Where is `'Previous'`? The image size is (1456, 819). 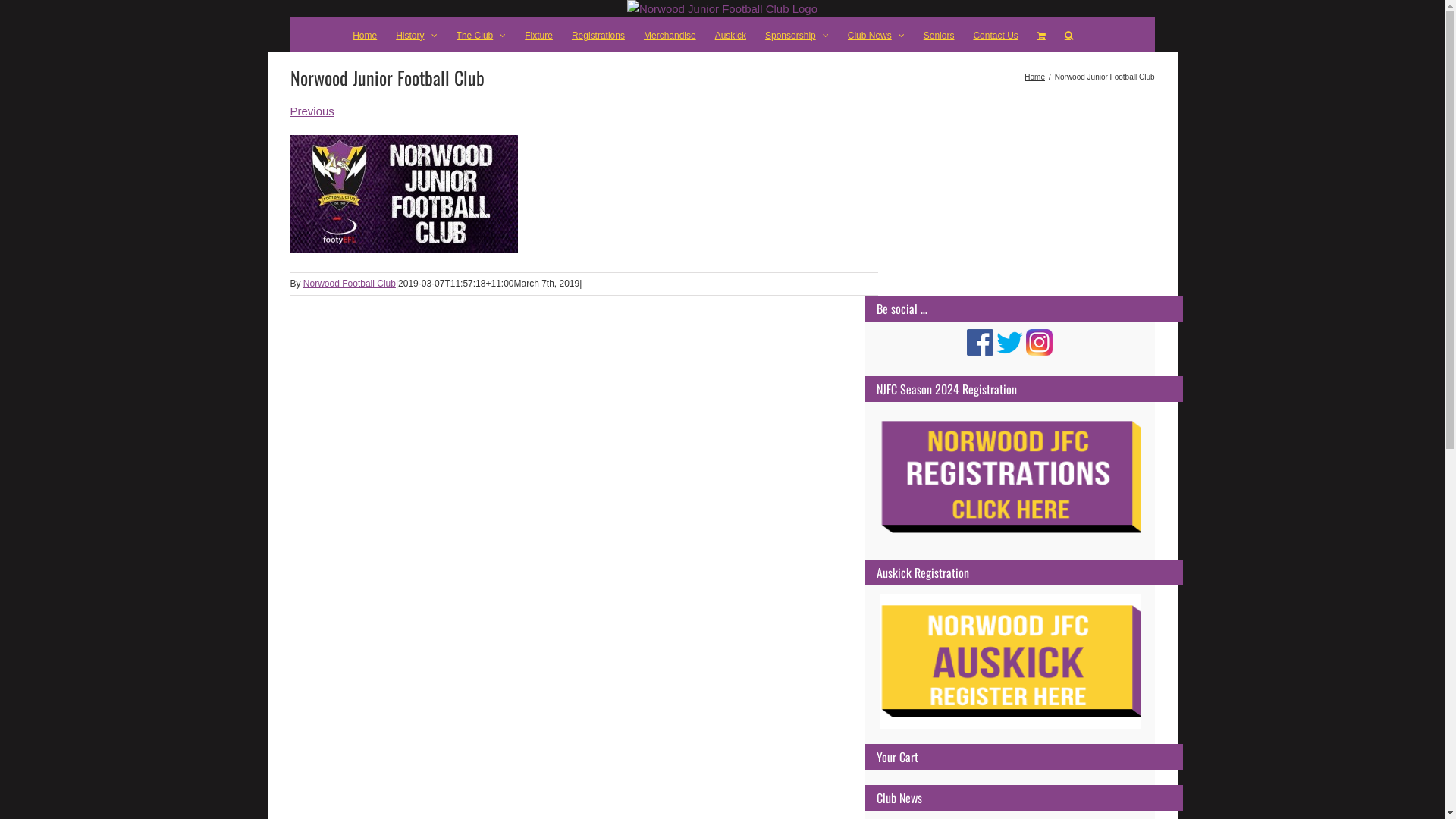
'Previous' is located at coordinates (290, 110).